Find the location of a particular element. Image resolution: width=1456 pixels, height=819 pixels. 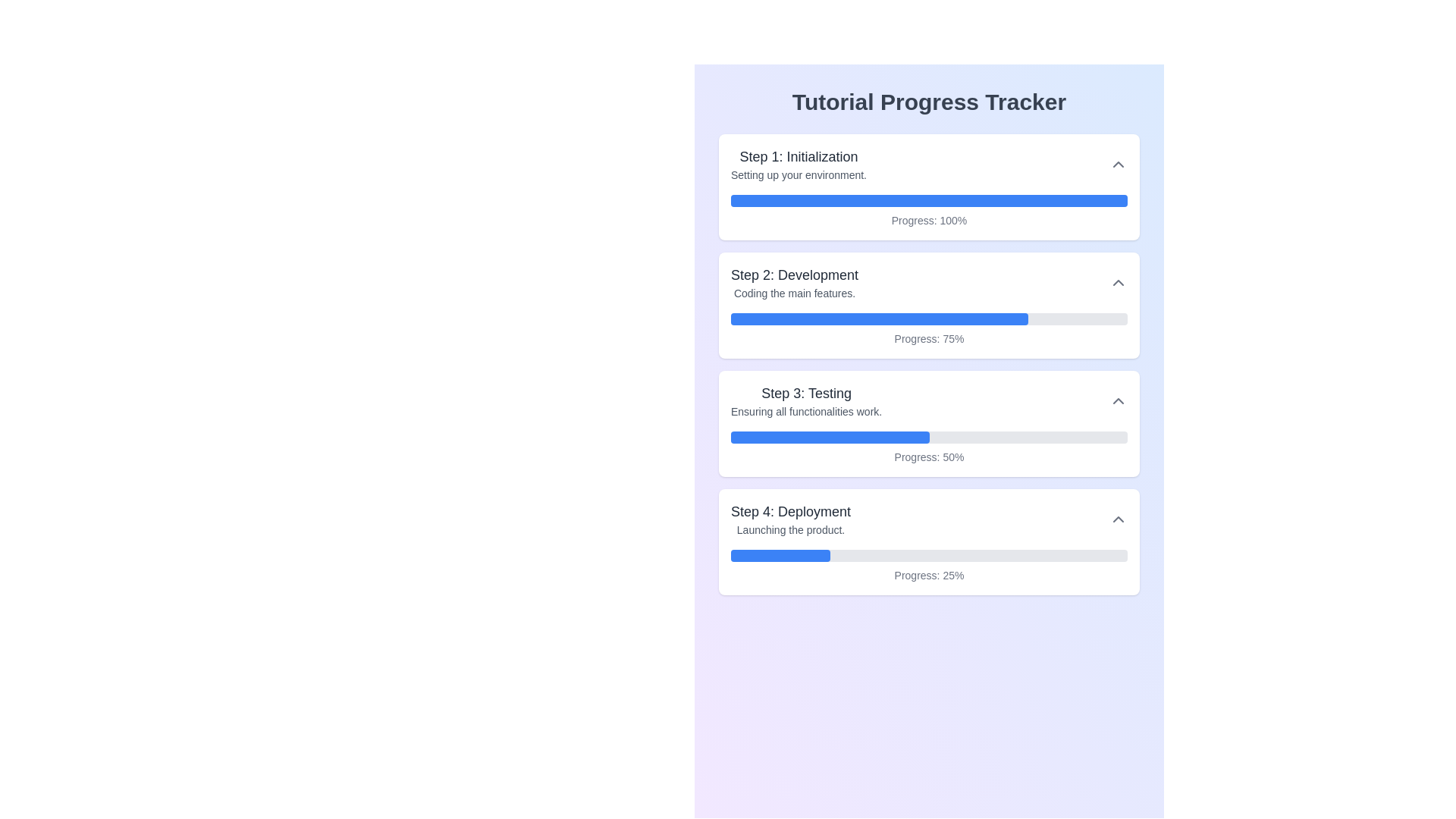

the 'Step 2' text label in the progress tracker to indicate the current step of the workflow is located at coordinates (794, 275).